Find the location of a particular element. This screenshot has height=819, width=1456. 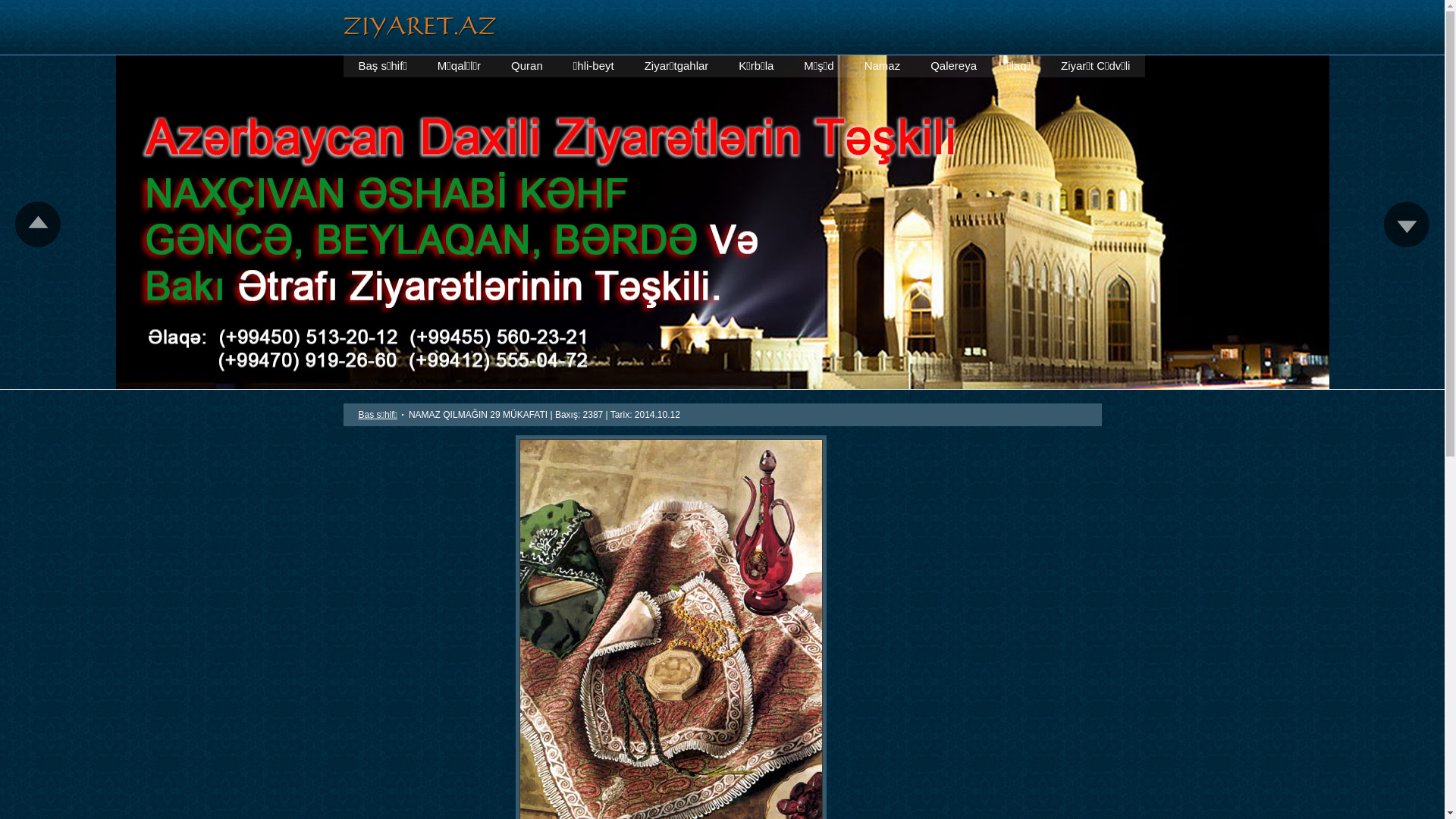

'Qalereya' is located at coordinates (952, 65).